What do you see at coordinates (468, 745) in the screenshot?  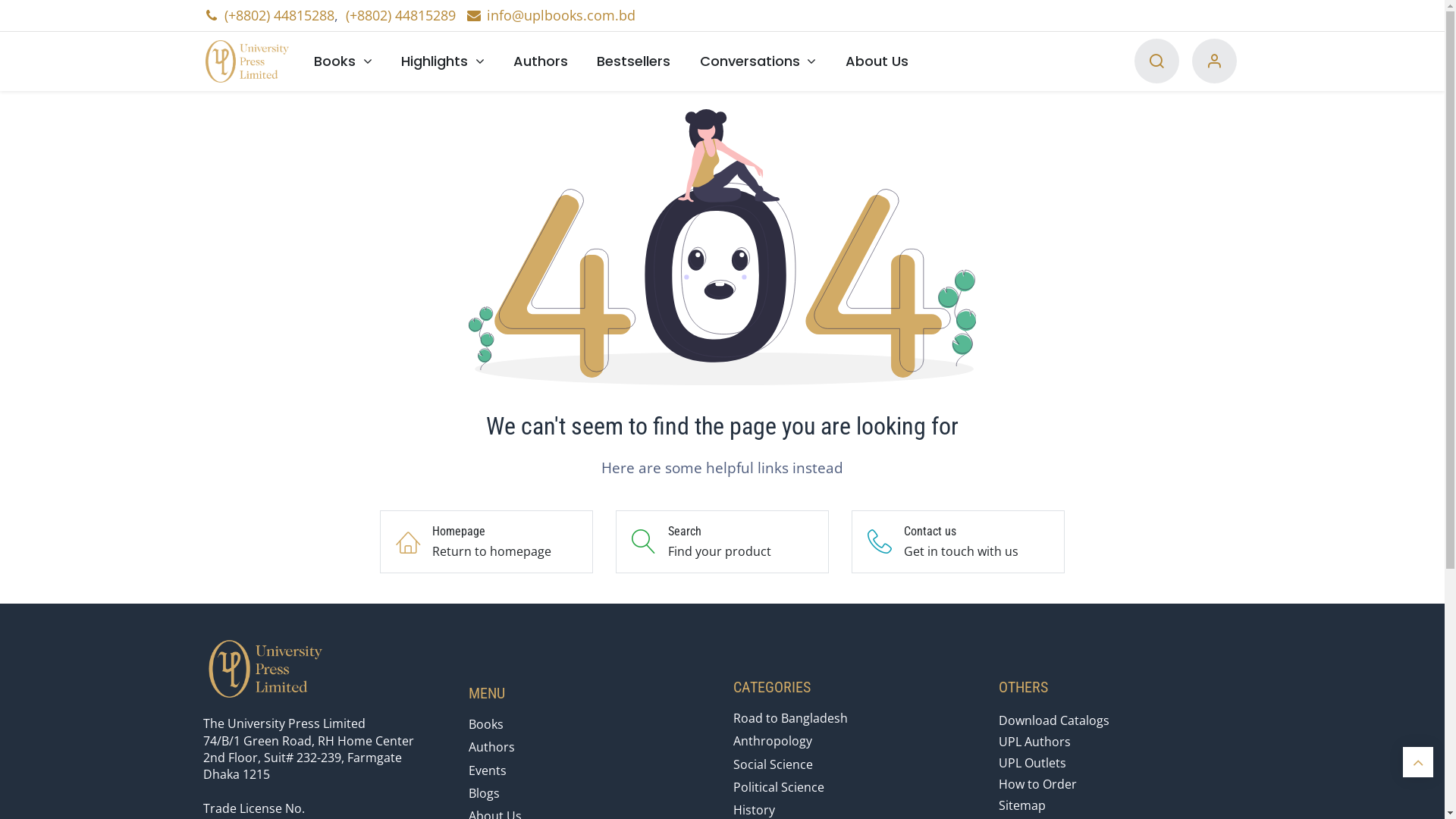 I see `'Authors'` at bounding box center [468, 745].